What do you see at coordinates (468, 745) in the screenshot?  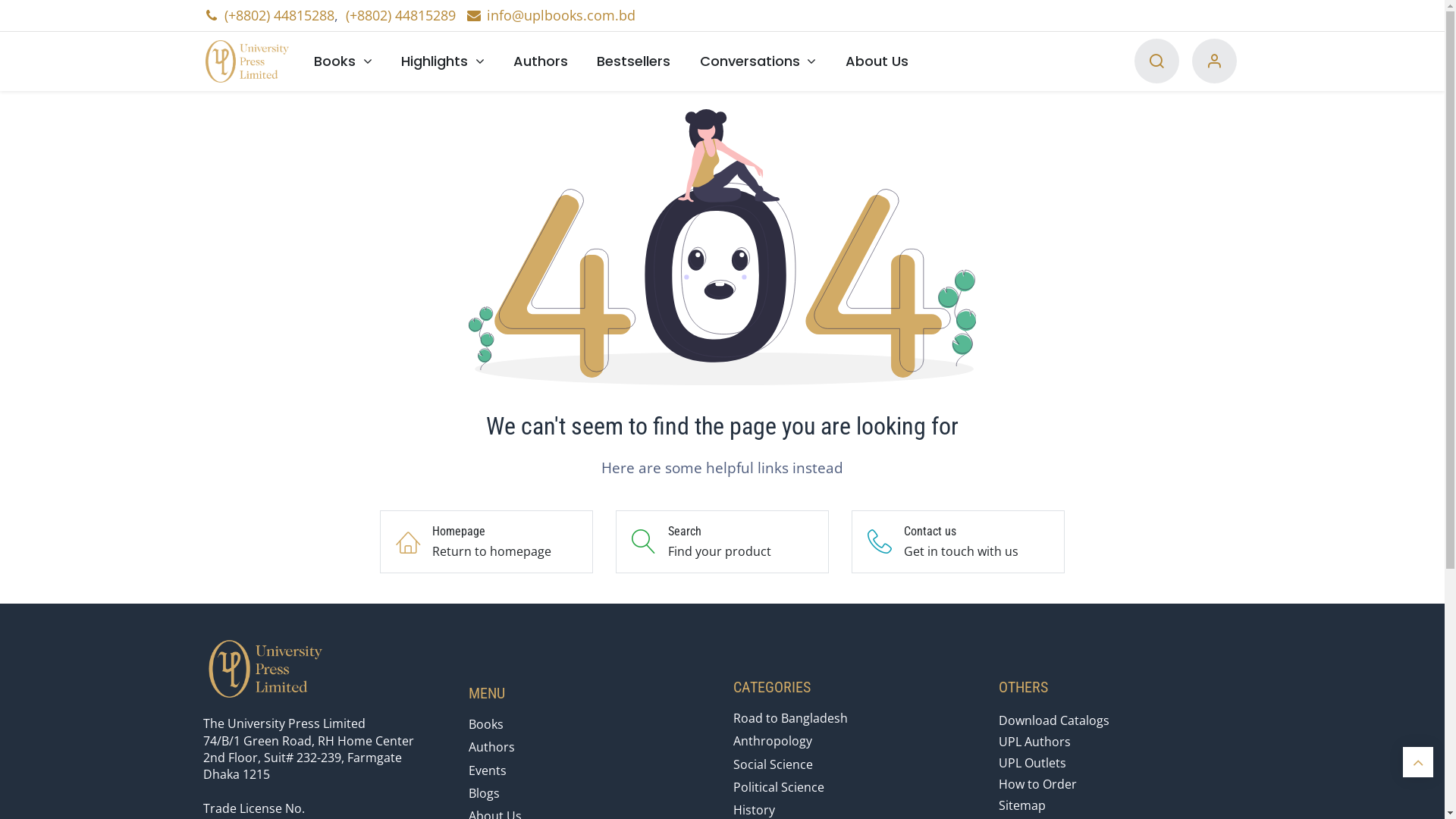 I see `'Authors'` at bounding box center [468, 745].